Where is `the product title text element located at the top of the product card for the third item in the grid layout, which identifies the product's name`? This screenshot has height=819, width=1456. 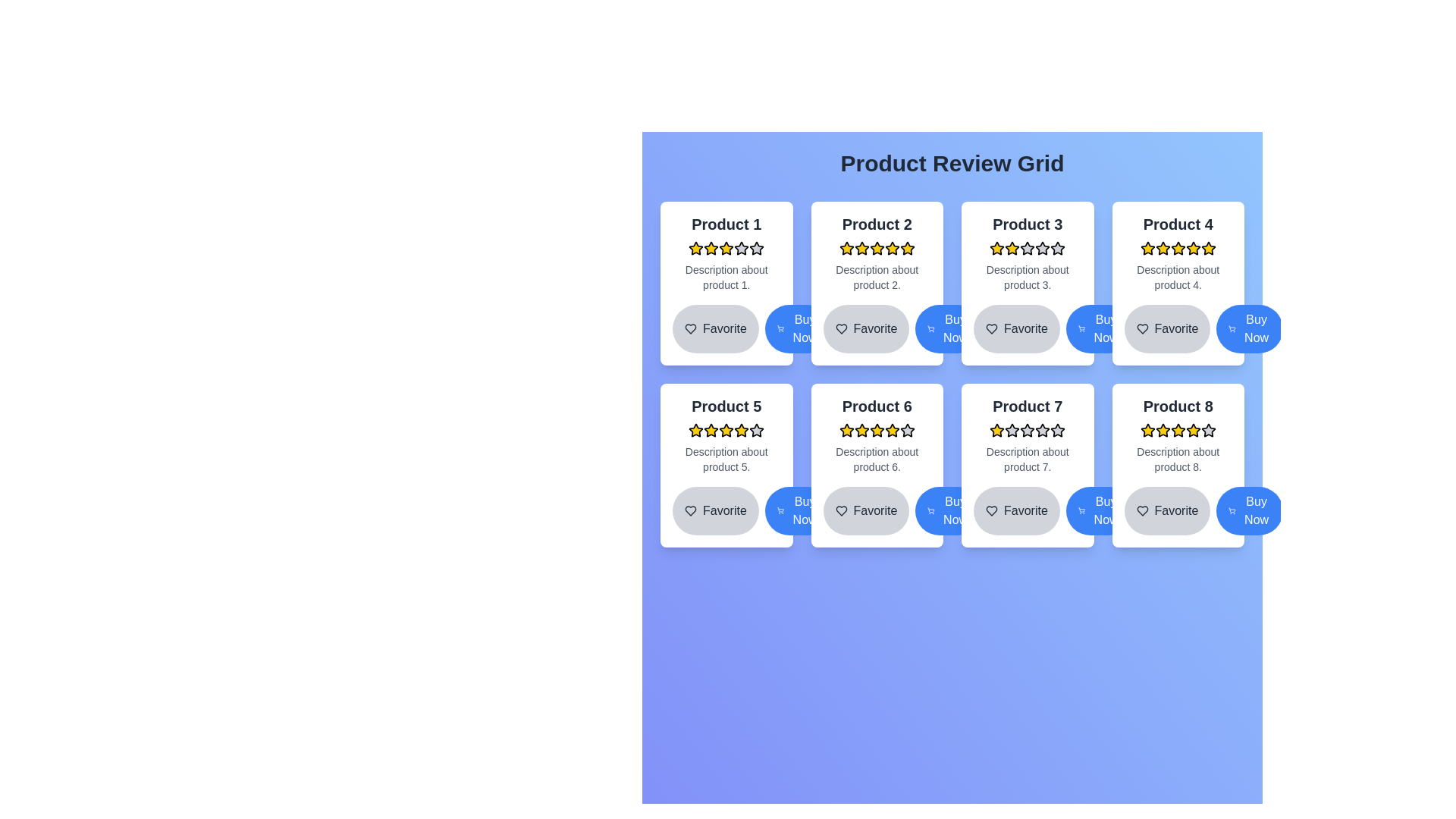
the product title text element located at the top of the product card for the third item in the grid layout, which identifies the product's name is located at coordinates (1028, 224).